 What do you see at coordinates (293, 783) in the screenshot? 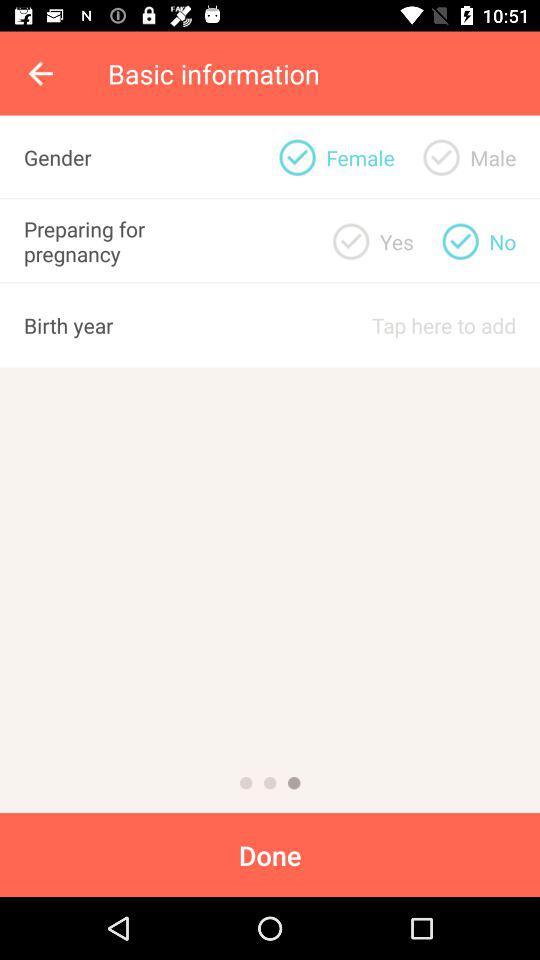
I see `icon above done item` at bounding box center [293, 783].